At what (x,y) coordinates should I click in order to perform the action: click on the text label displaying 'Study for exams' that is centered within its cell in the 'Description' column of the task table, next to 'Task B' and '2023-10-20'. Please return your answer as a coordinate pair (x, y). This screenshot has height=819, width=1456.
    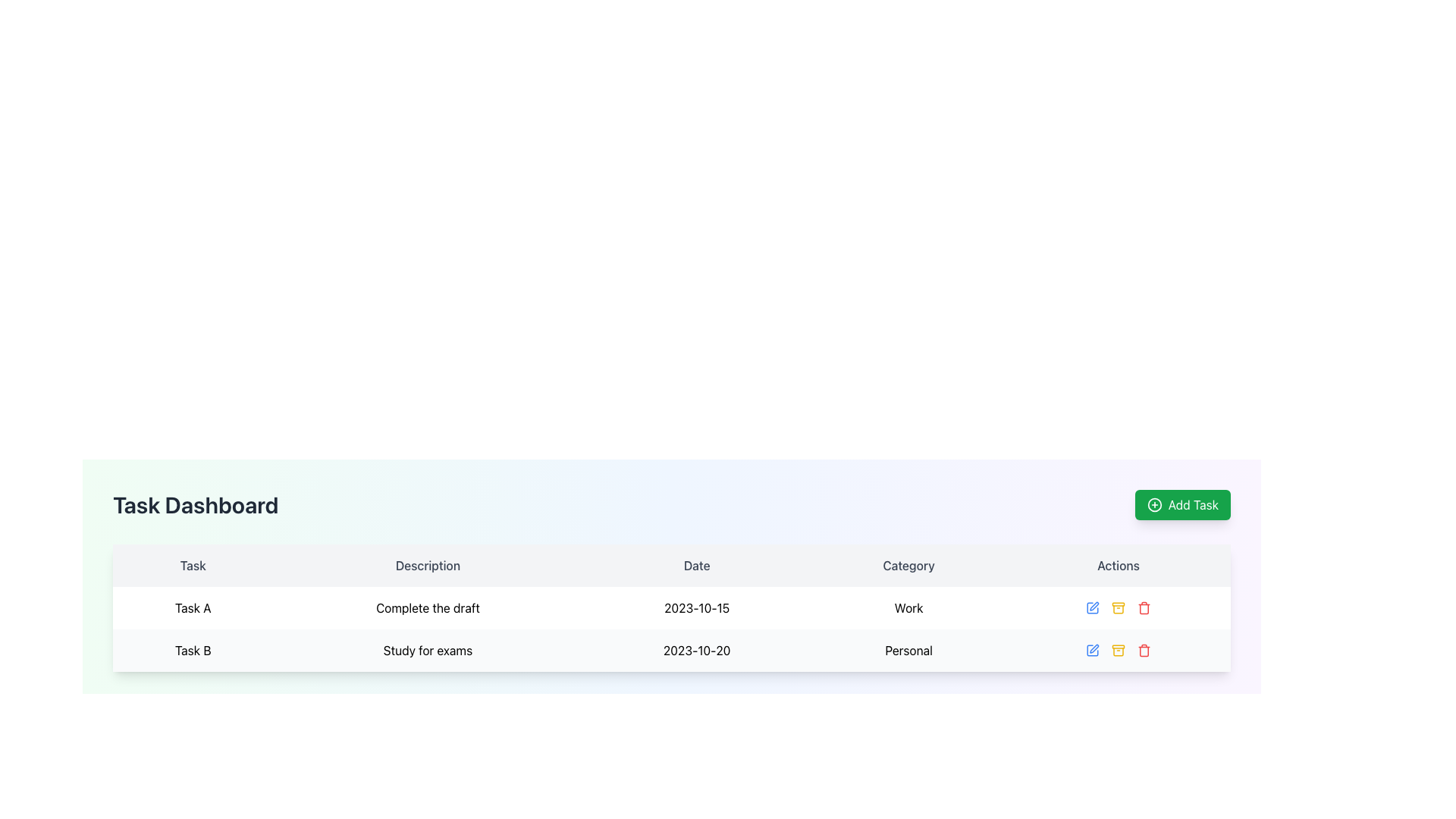
    Looking at the image, I should click on (427, 649).